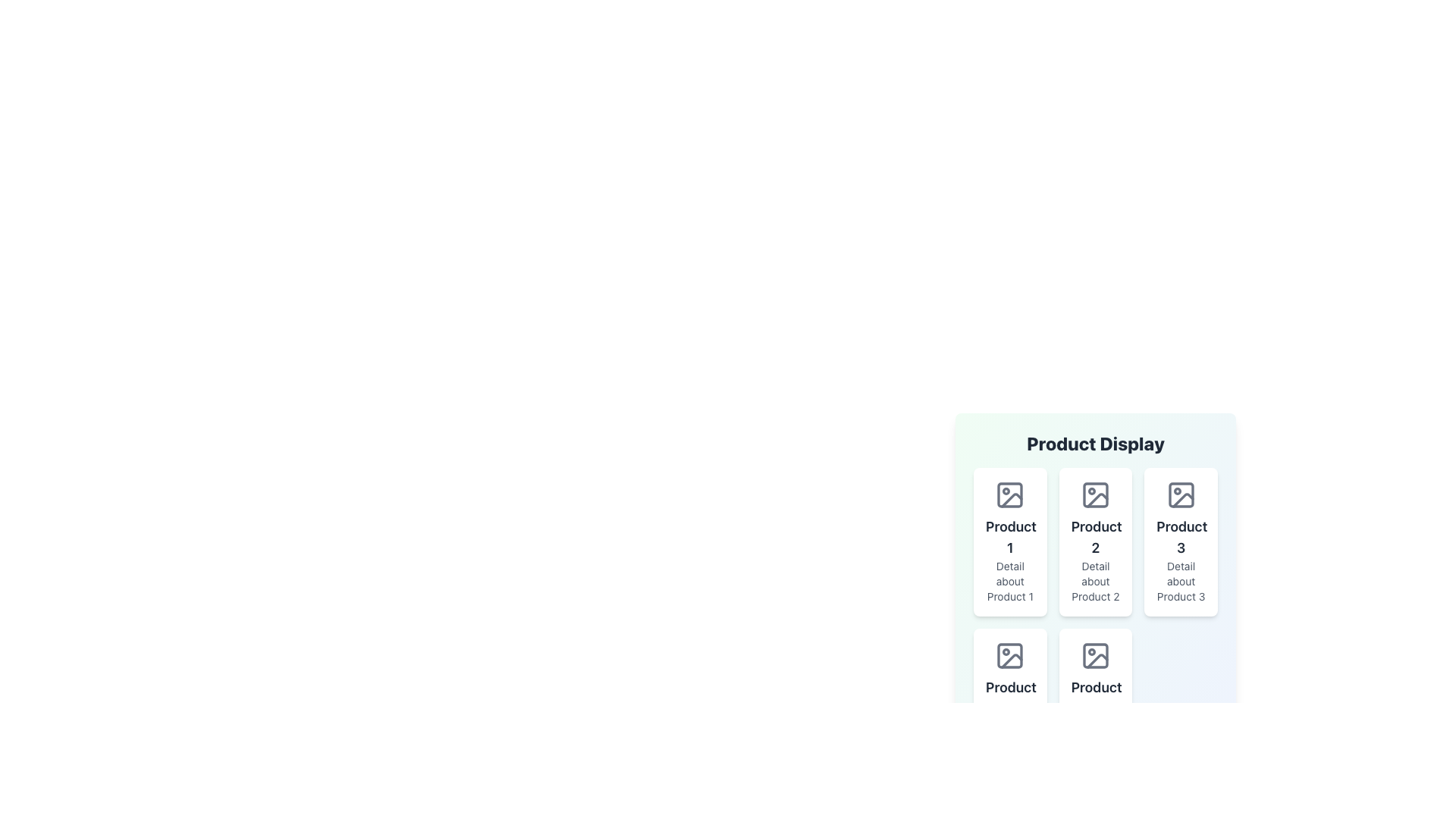 The width and height of the screenshot is (1456, 819). I want to click on the text label displaying 'Detail about Product 1', which is styled in a small gray font and located below the product name and icon in the product card for 'Product 1', so click(1010, 581).